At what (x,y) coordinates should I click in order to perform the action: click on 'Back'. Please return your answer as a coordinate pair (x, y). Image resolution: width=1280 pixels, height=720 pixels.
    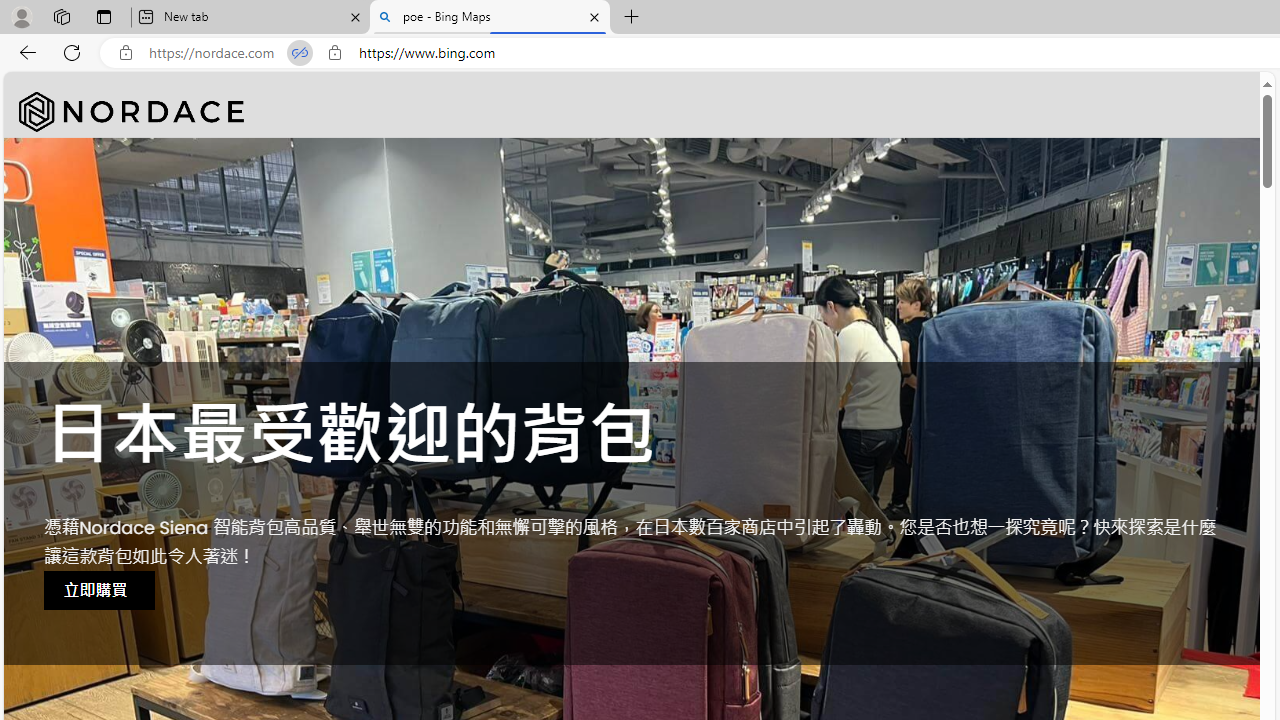
    Looking at the image, I should click on (24, 51).